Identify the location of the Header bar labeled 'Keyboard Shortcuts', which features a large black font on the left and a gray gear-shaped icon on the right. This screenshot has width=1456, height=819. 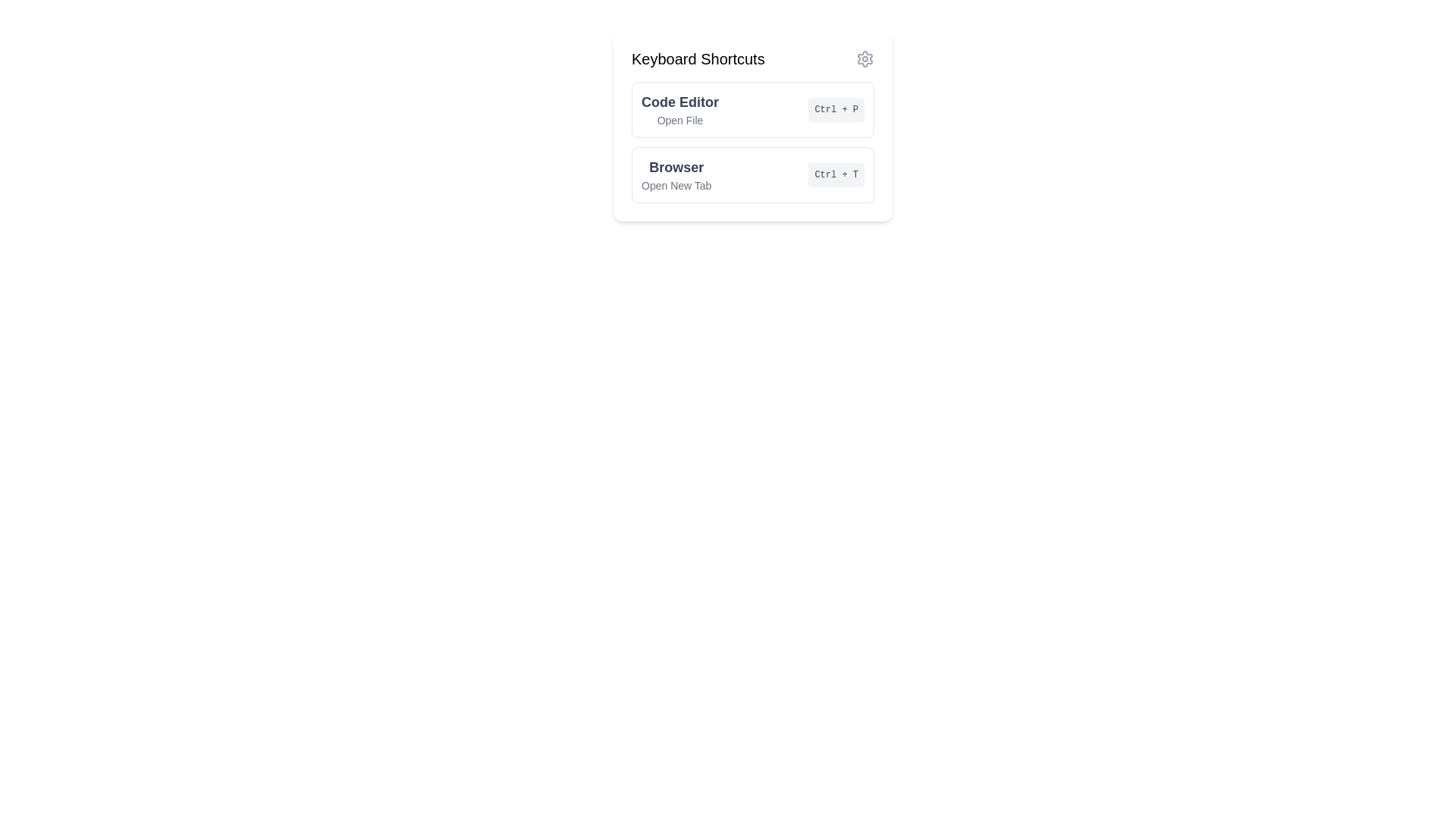
(753, 58).